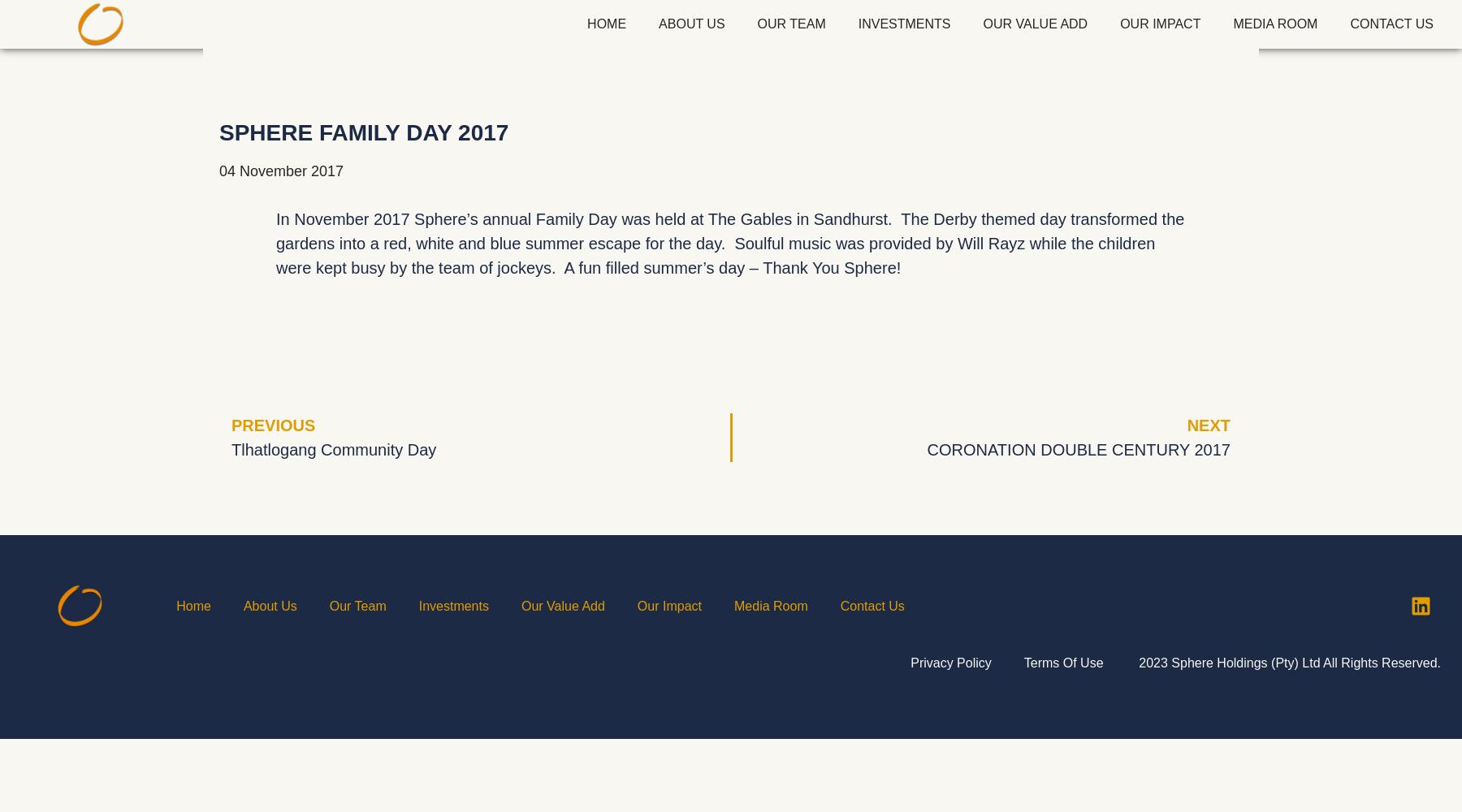 The image size is (1462, 812). I want to click on '04 November 2017', so click(281, 171).